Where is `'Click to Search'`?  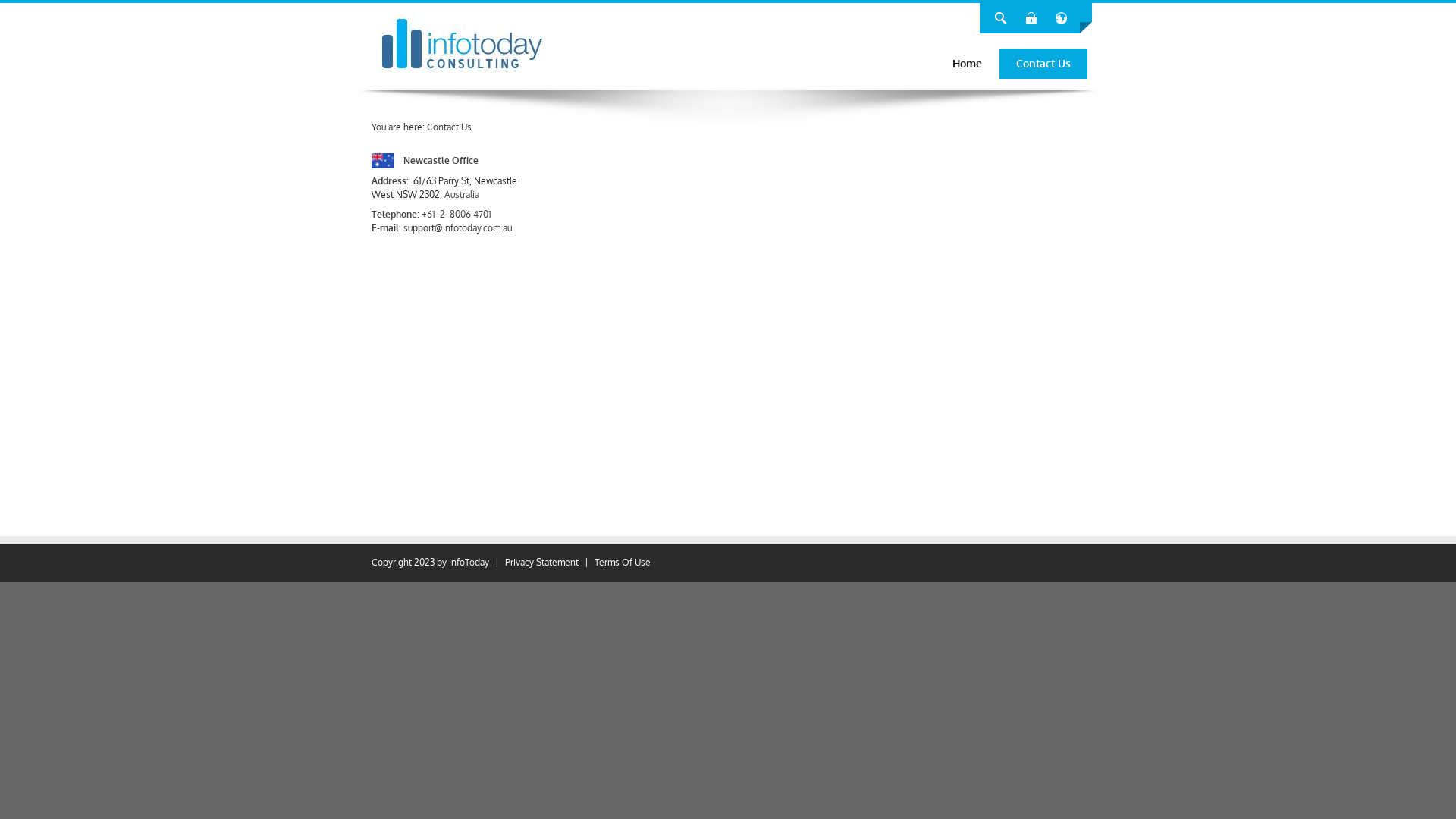
'Click to Search' is located at coordinates (1000, 17).